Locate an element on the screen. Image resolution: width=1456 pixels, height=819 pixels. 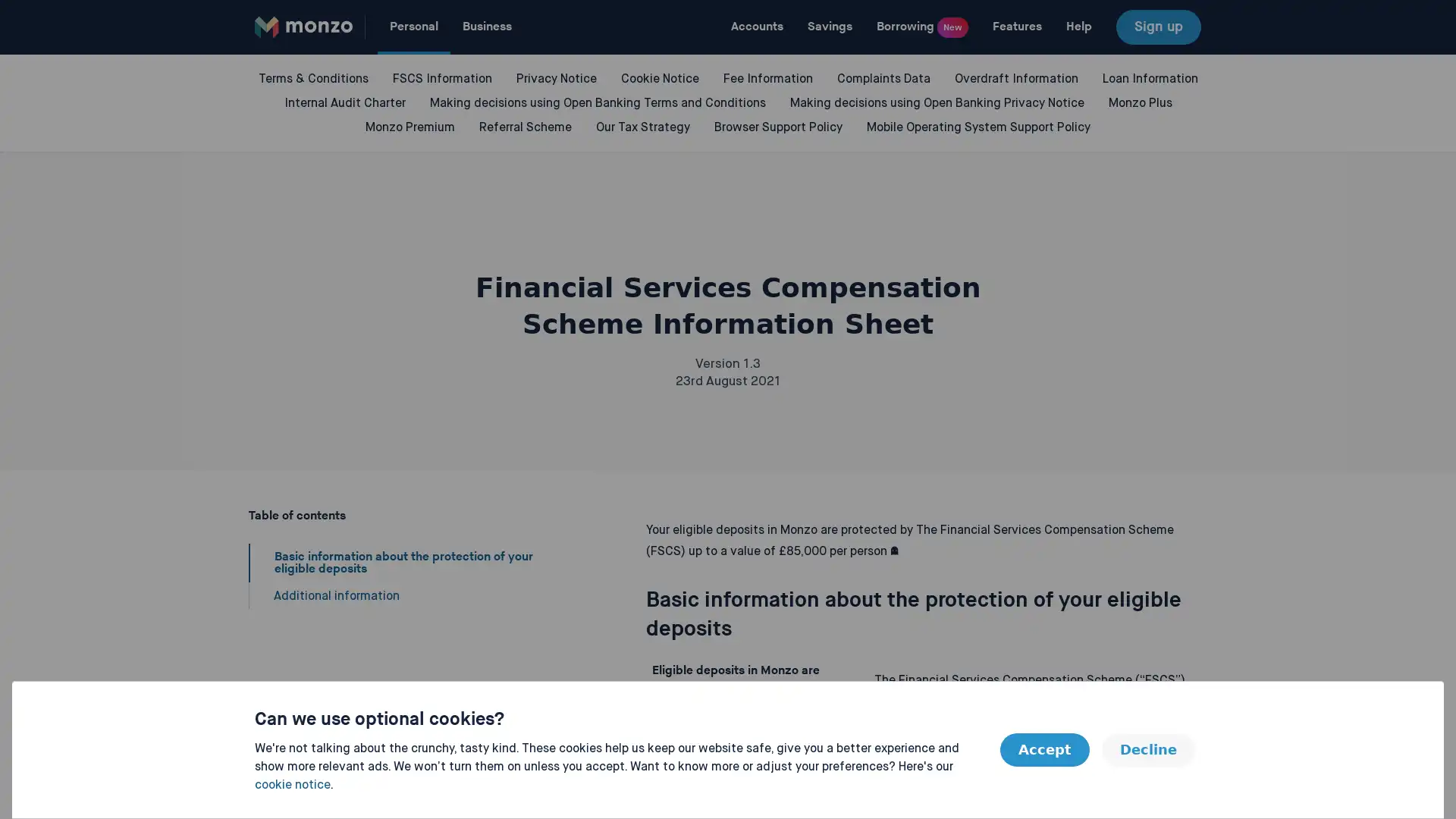
Features is located at coordinates (1017, 27).